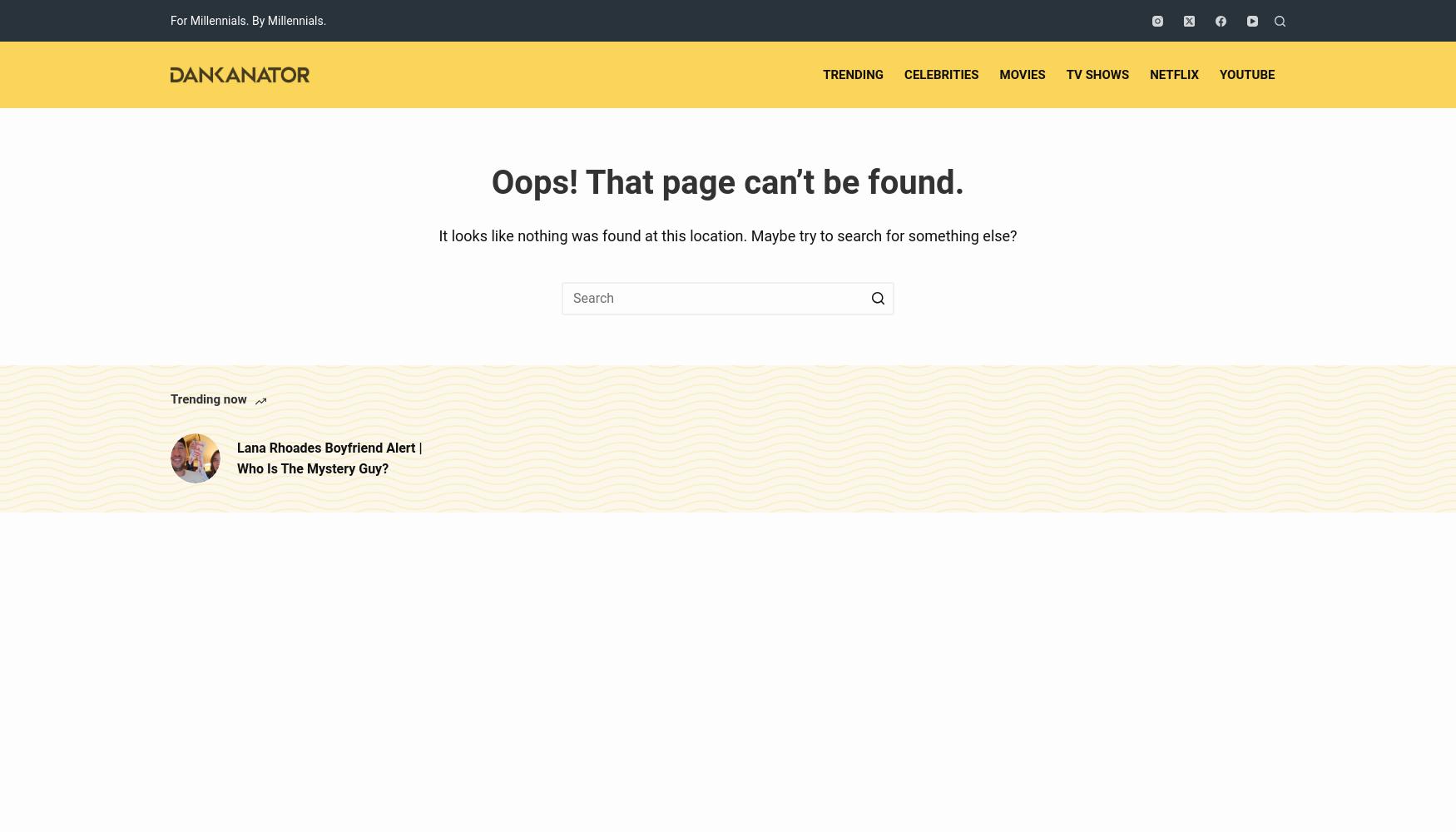 The width and height of the screenshot is (1456, 832). Describe the element at coordinates (727, 181) in the screenshot. I see `'Oops! That page can’t be found.'` at that location.